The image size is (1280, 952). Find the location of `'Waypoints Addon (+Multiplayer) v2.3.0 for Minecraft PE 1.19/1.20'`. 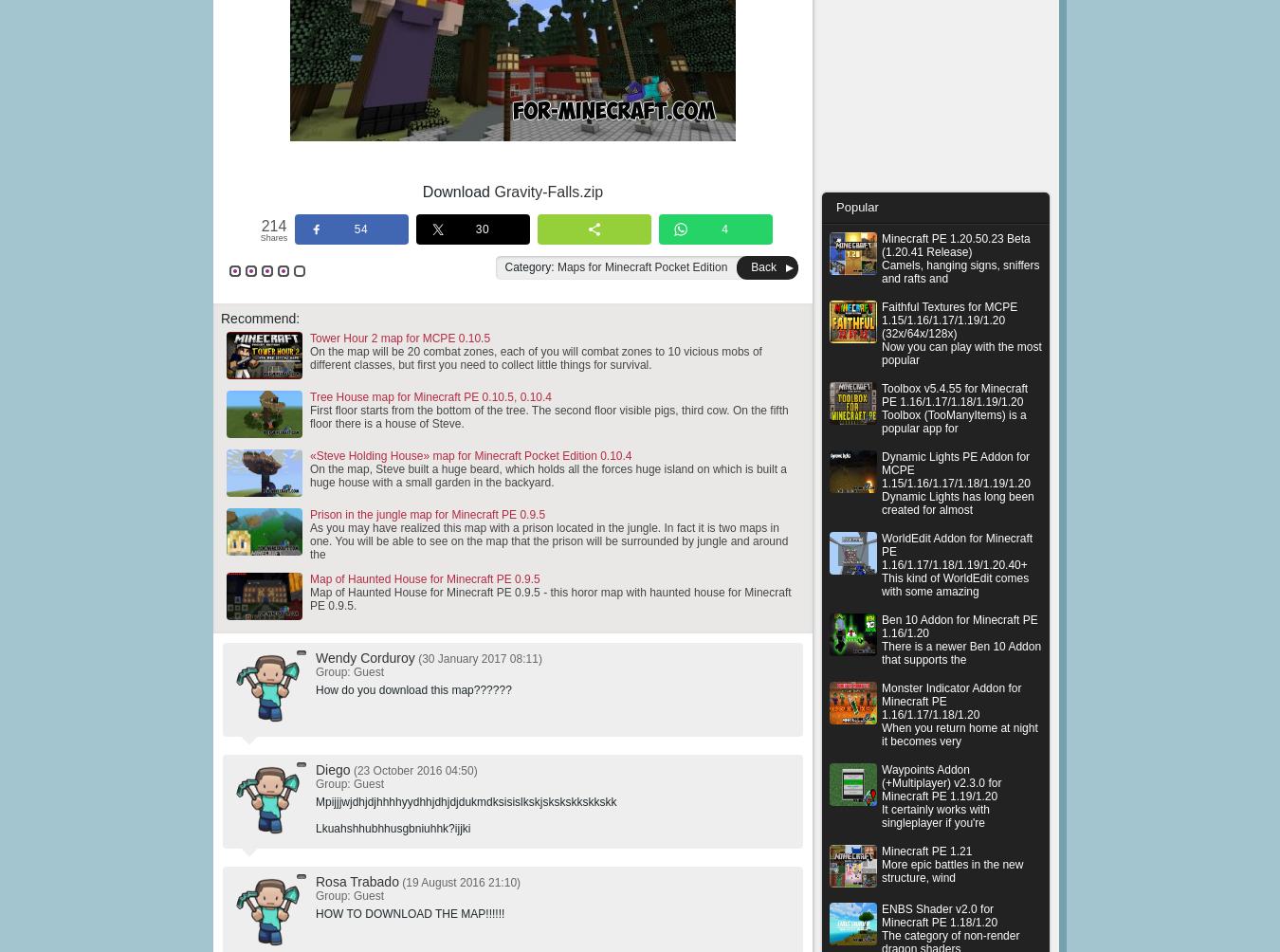

'Waypoints Addon (+Multiplayer) v2.3.0 for Minecraft PE 1.19/1.20' is located at coordinates (941, 782).